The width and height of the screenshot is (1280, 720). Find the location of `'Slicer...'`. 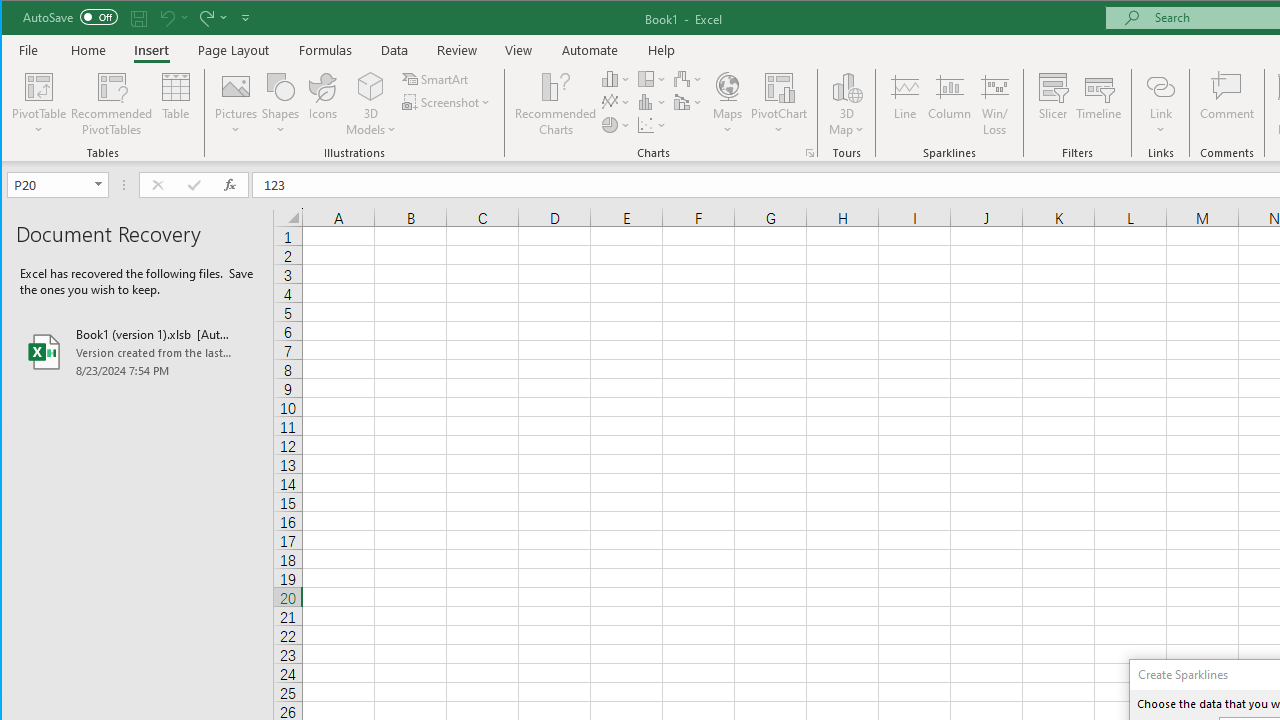

'Slicer...' is located at coordinates (1051, 104).